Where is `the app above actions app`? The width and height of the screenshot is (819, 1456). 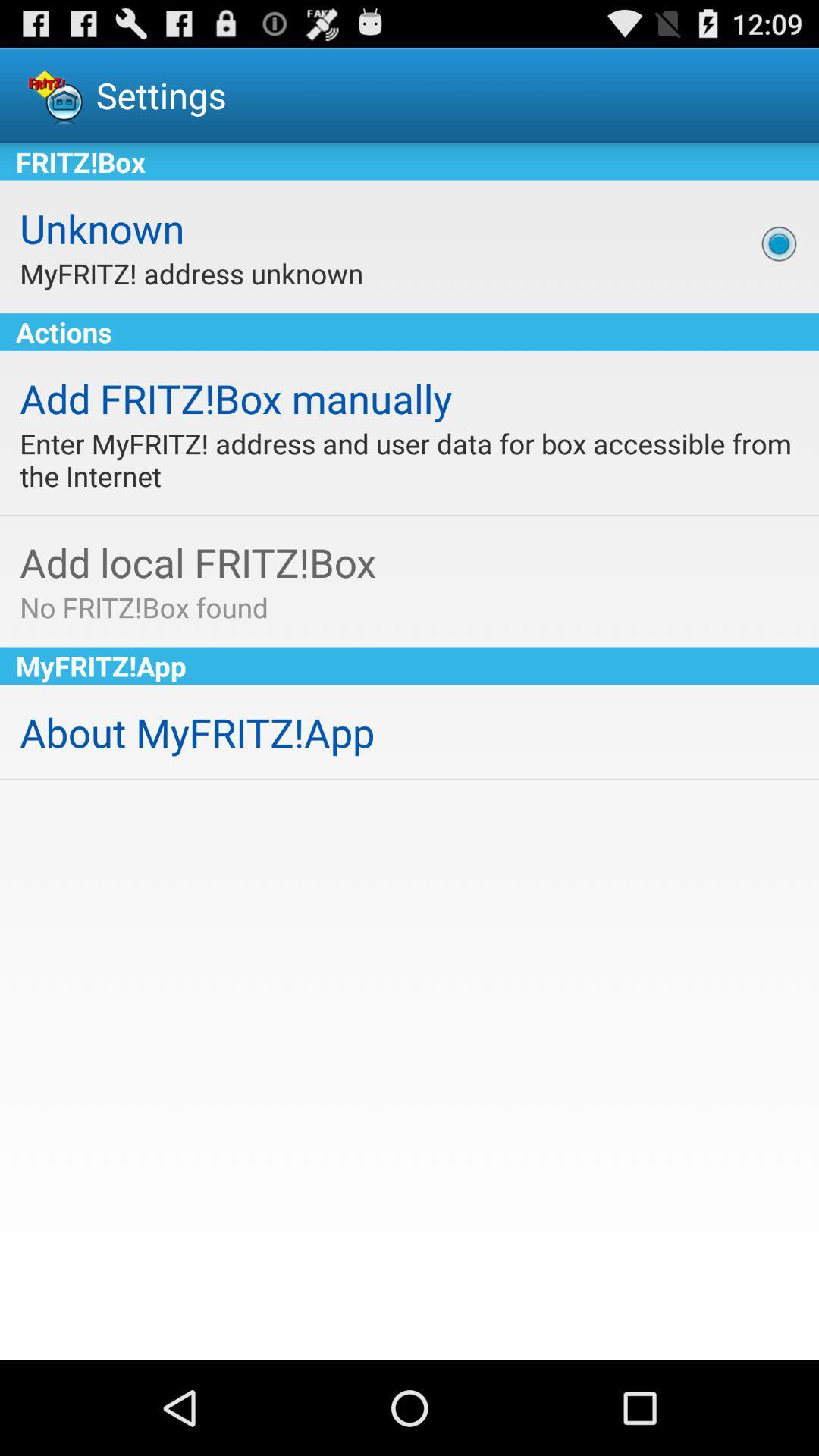
the app above actions app is located at coordinates (779, 243).